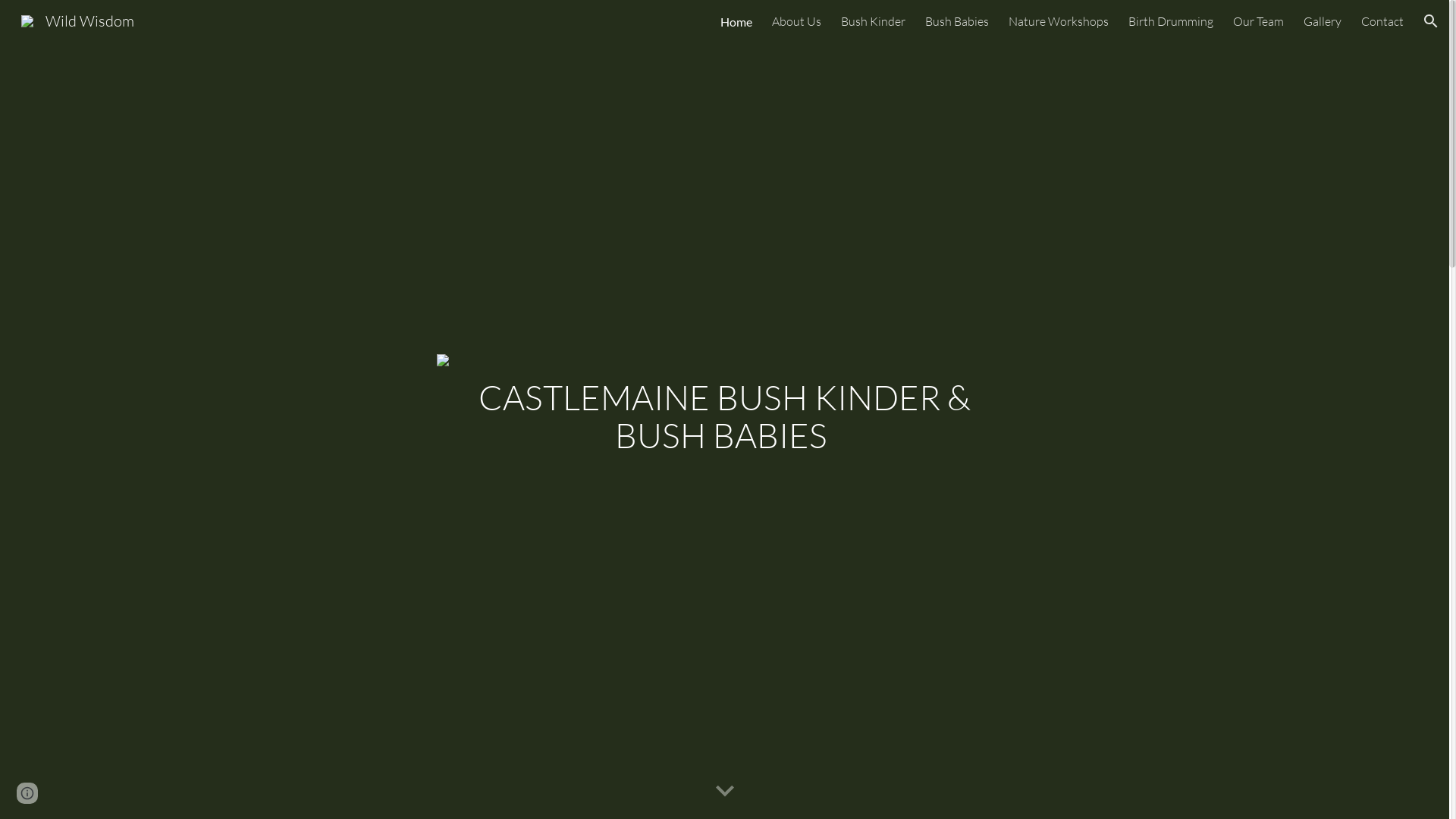 This screenshot has width=1456, height=819. I want to click on 'Birth Drumming', so click(1170, 20).